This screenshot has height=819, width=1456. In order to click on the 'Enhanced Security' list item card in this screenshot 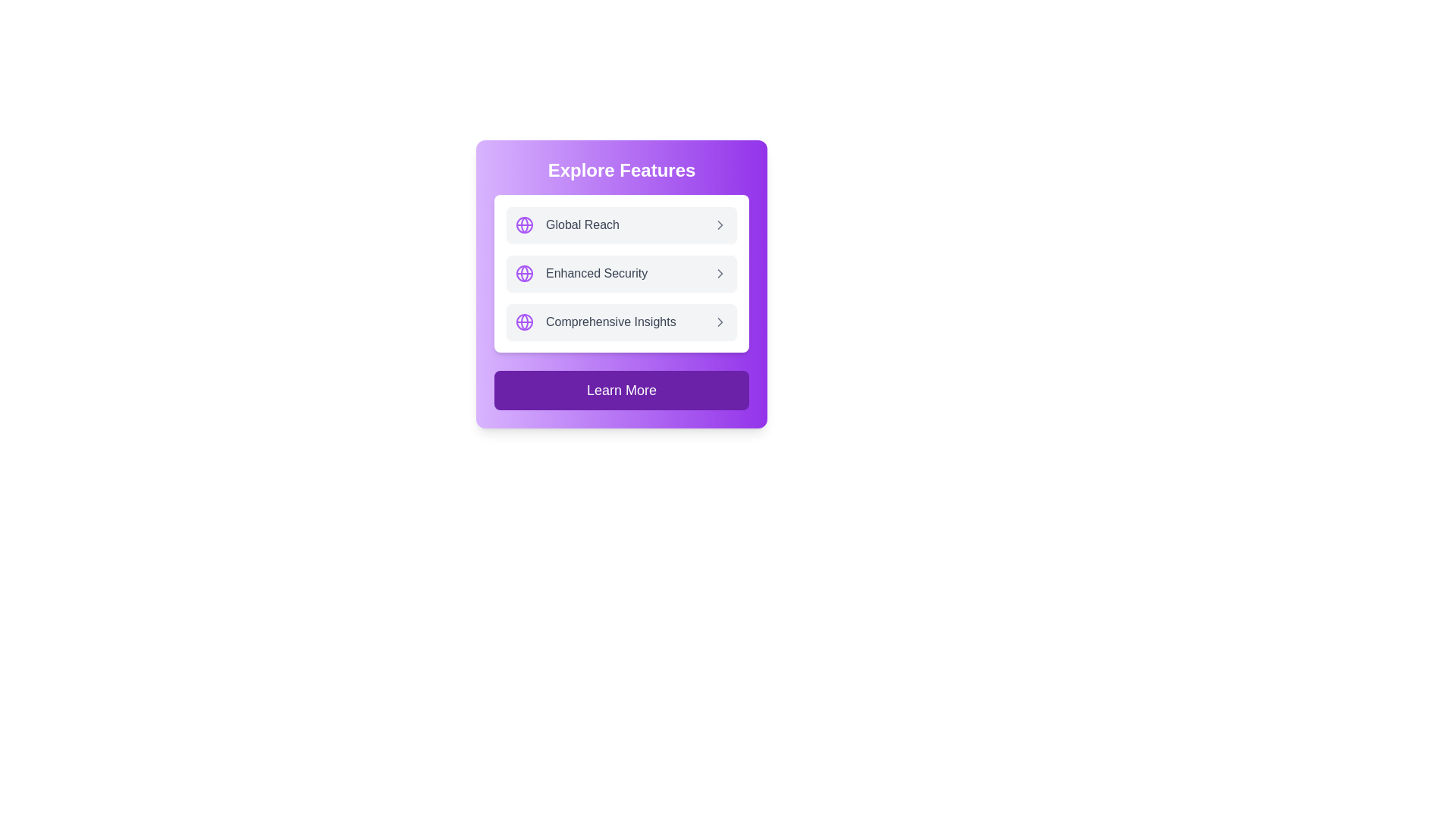, I will do `click(622, 284)`.